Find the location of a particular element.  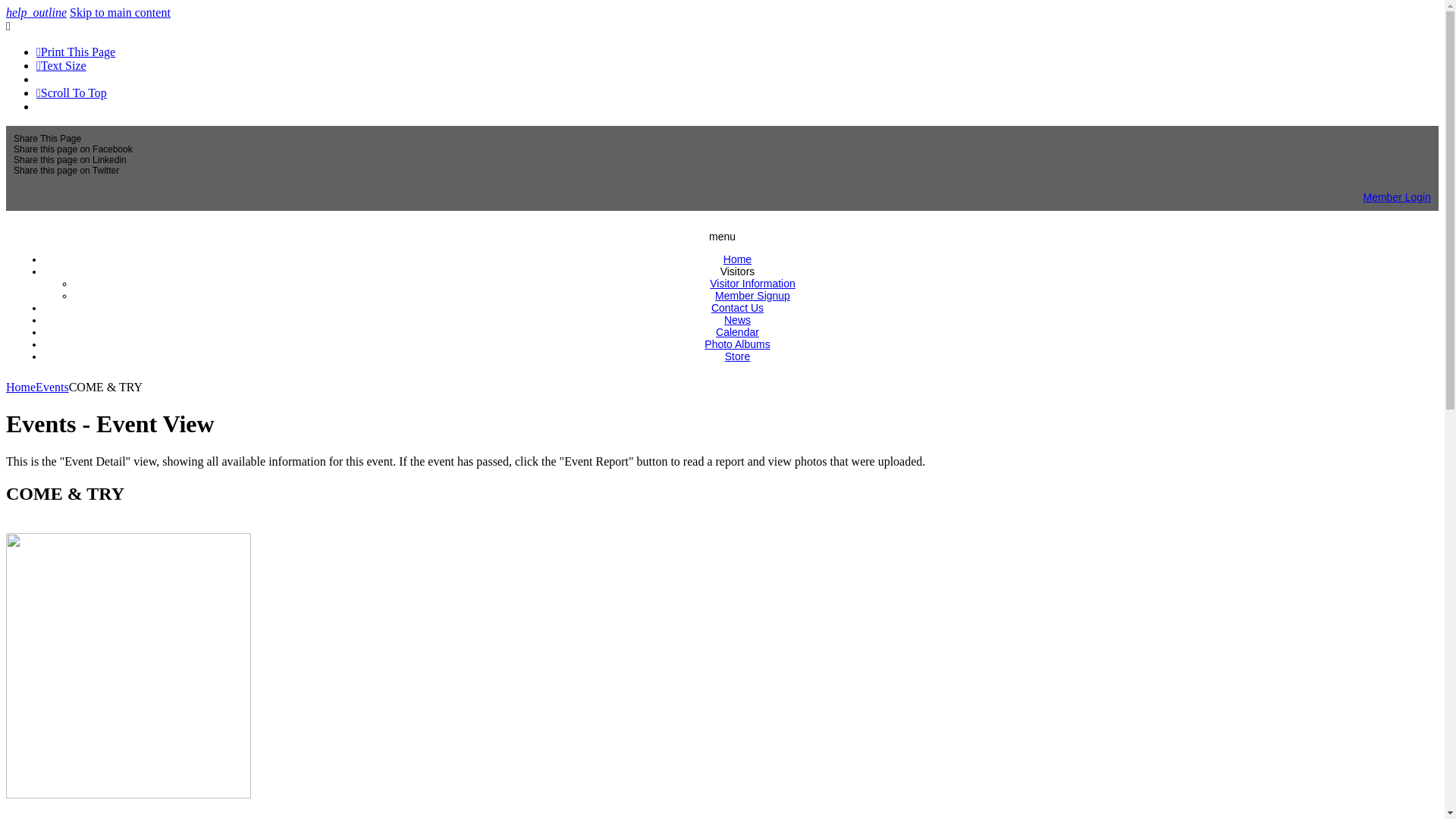

'Calendar' is located at coordinates (737, 331).